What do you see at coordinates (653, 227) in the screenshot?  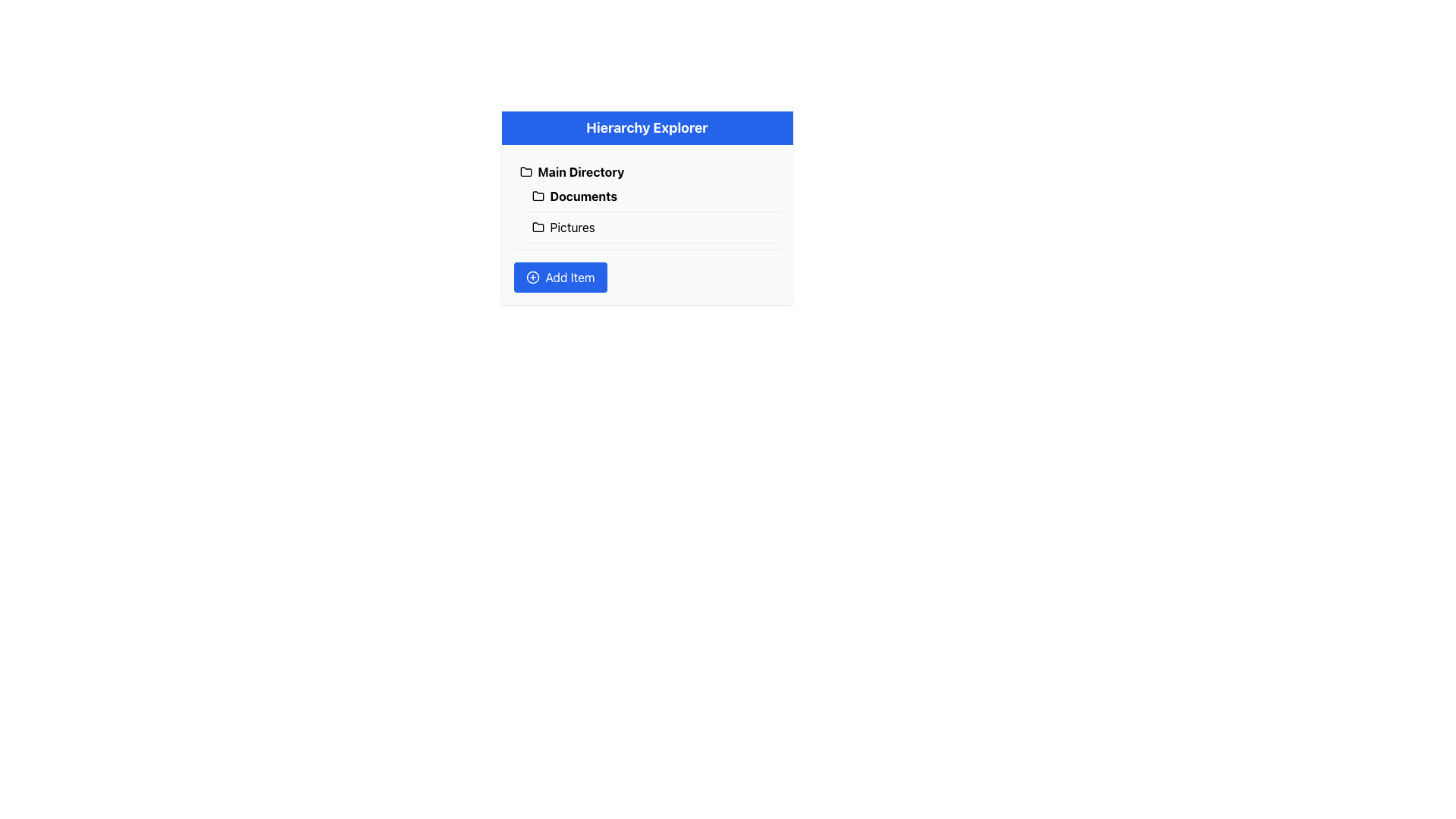 I see `the clickable list item labeled 'Pictures', which is the third item under 'Hierarchy Explorer'` at bounding box center [653, 227].